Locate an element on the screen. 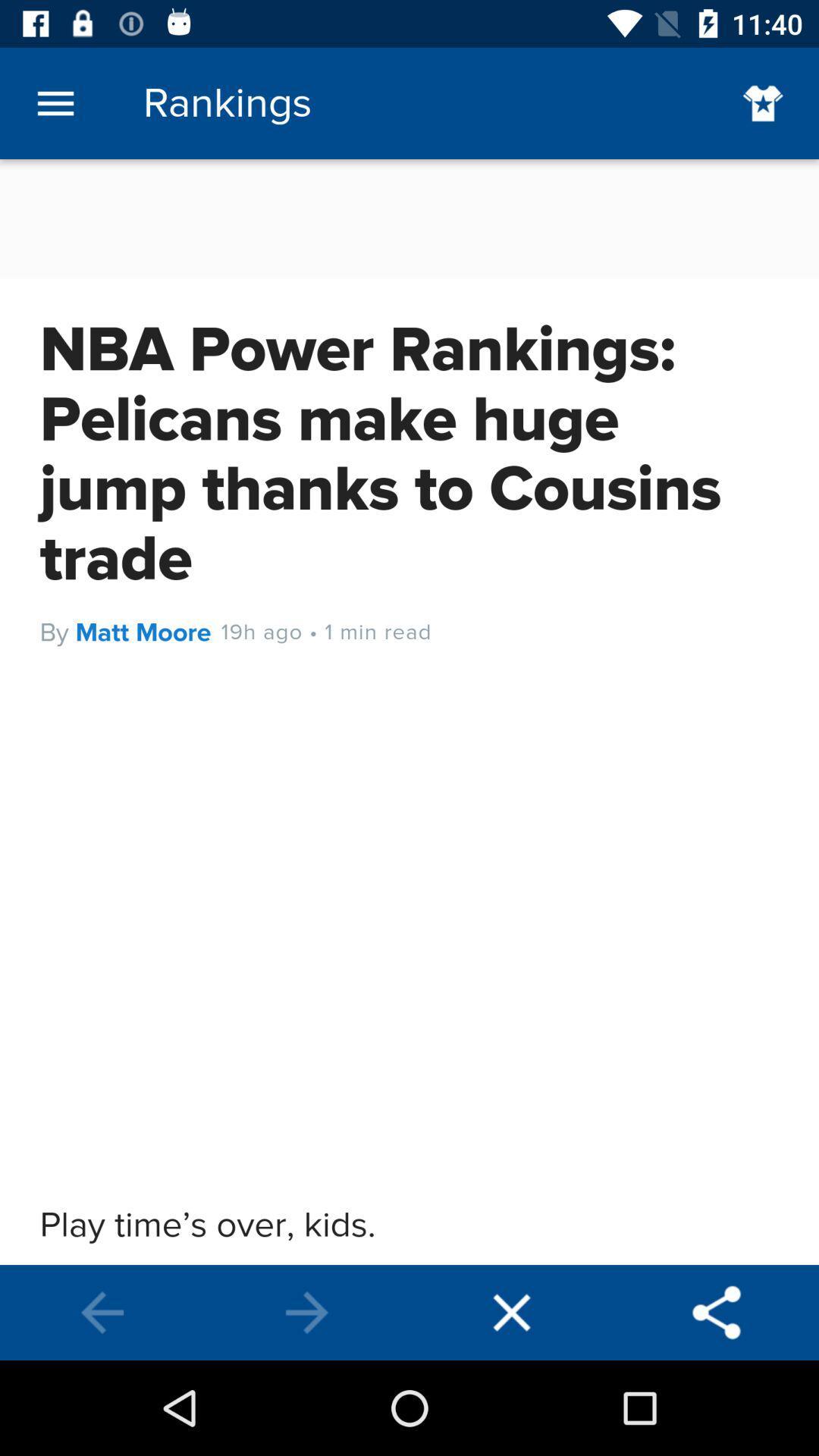 This screenshot has width=819, height=1456. go back is located at coordinates (102, 1312).